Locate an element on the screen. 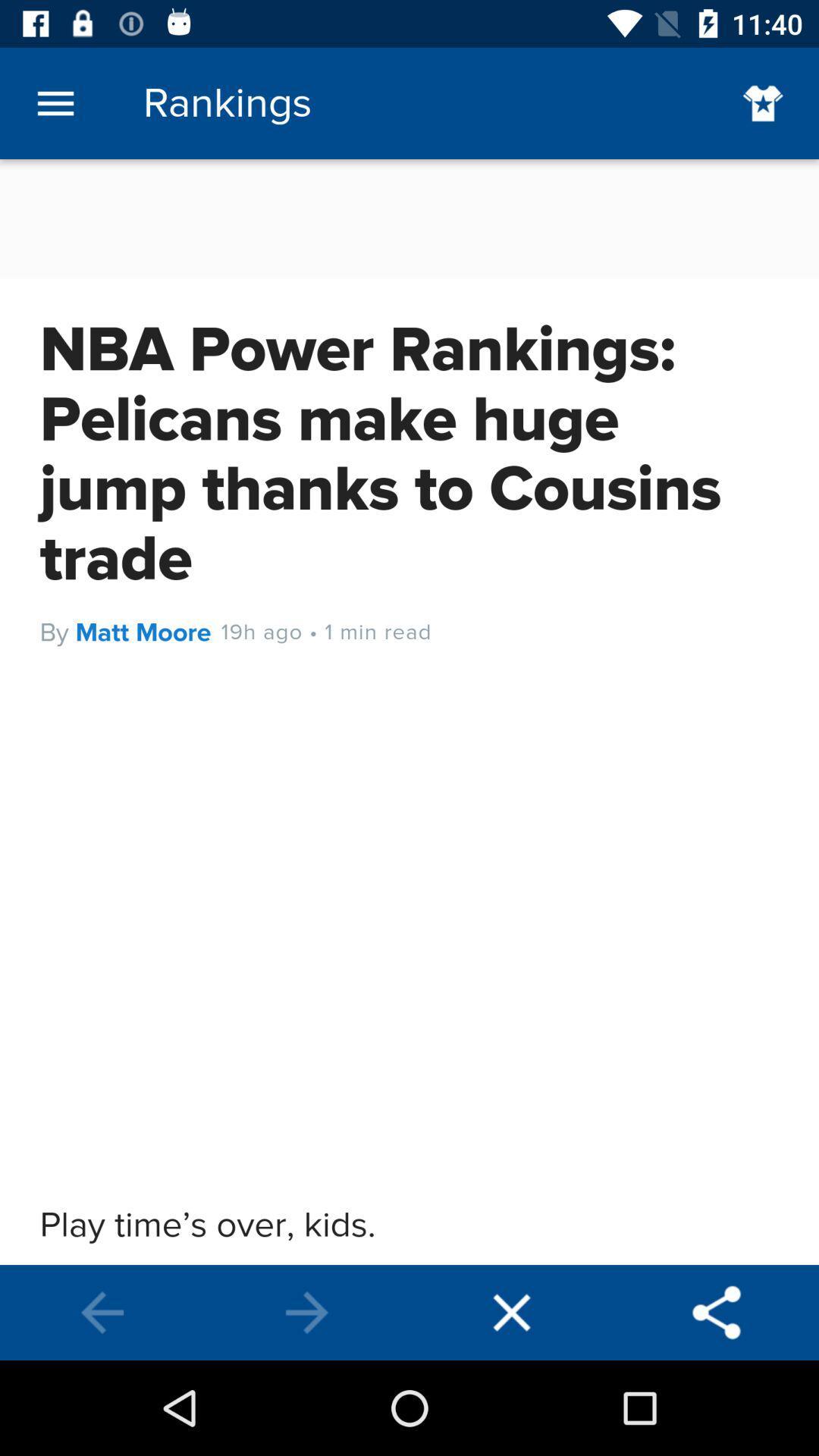 This screenshot has width=819, height=1456. go back is located at coordinates (102, 1312).